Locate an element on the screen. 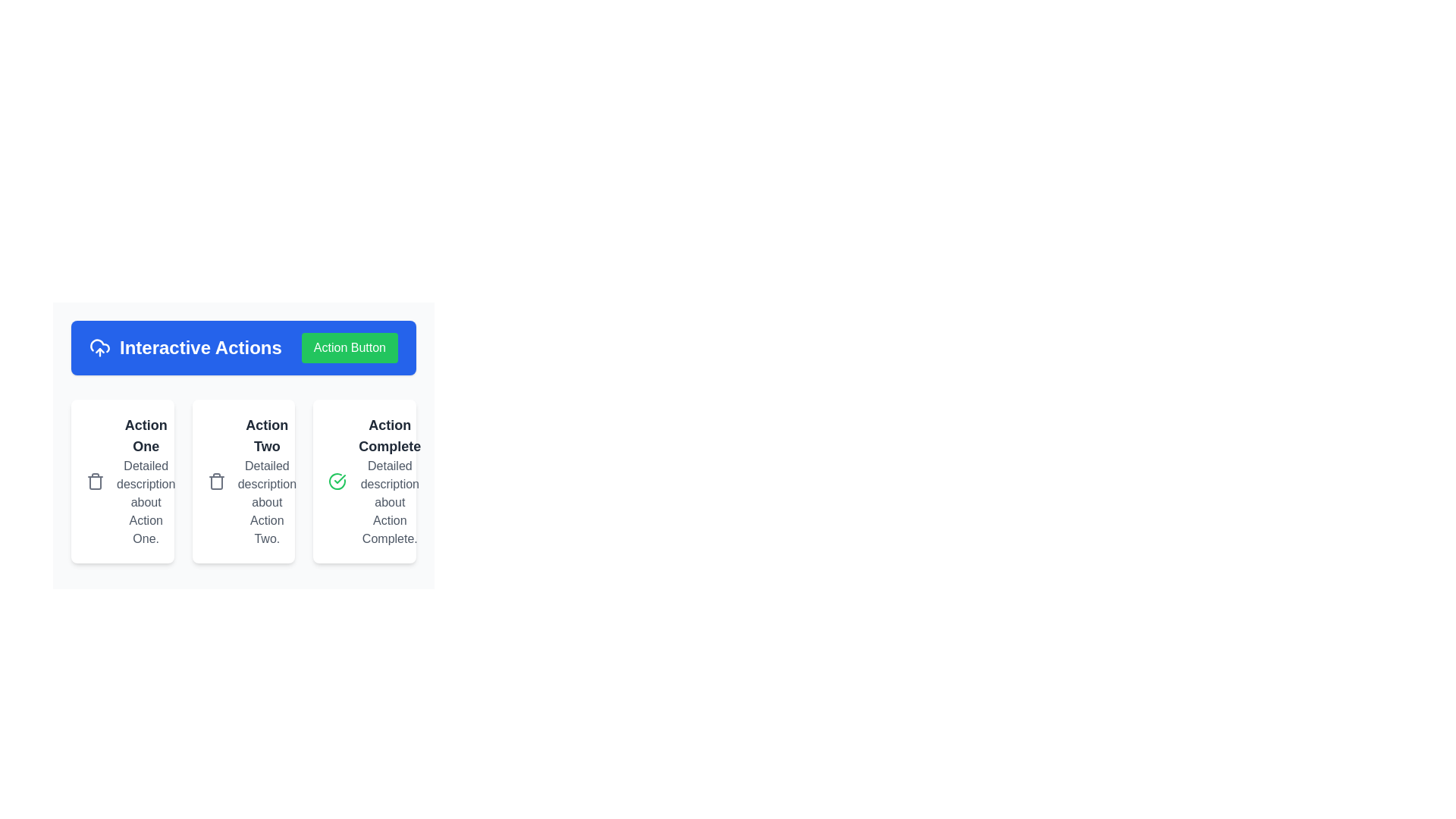 The width and height of the screenshot is (1456, 819). the descriptive text located below the heading 'Action One' in the first card of the horizontally aligned set of three cards is located at coordinates (146, 503).